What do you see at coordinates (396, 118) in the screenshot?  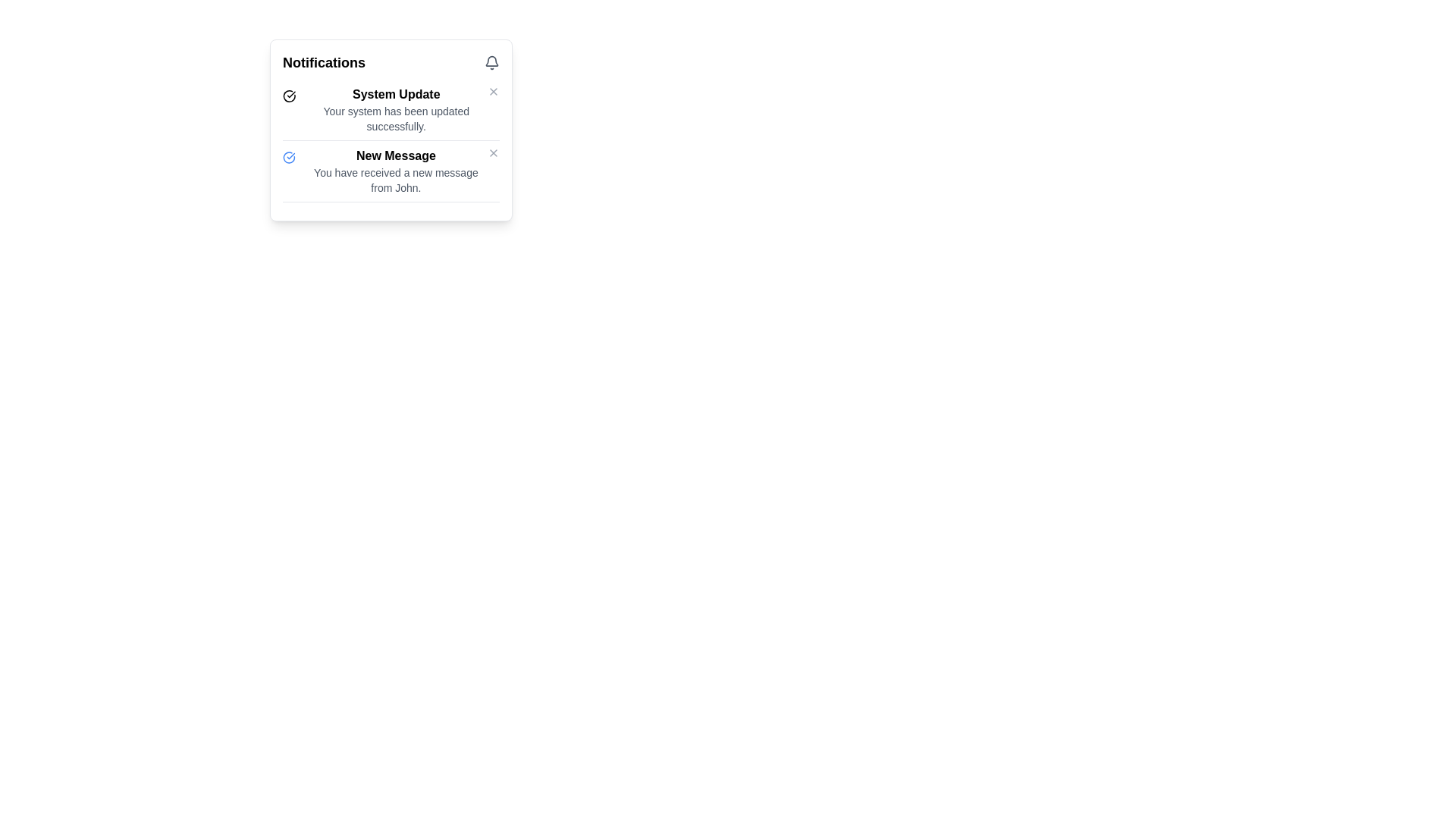 I see `text snippet that states 'Your system has been updated successfully.' located under the header 'System Update' in the notification card layout` at bounding box center [396, 118].